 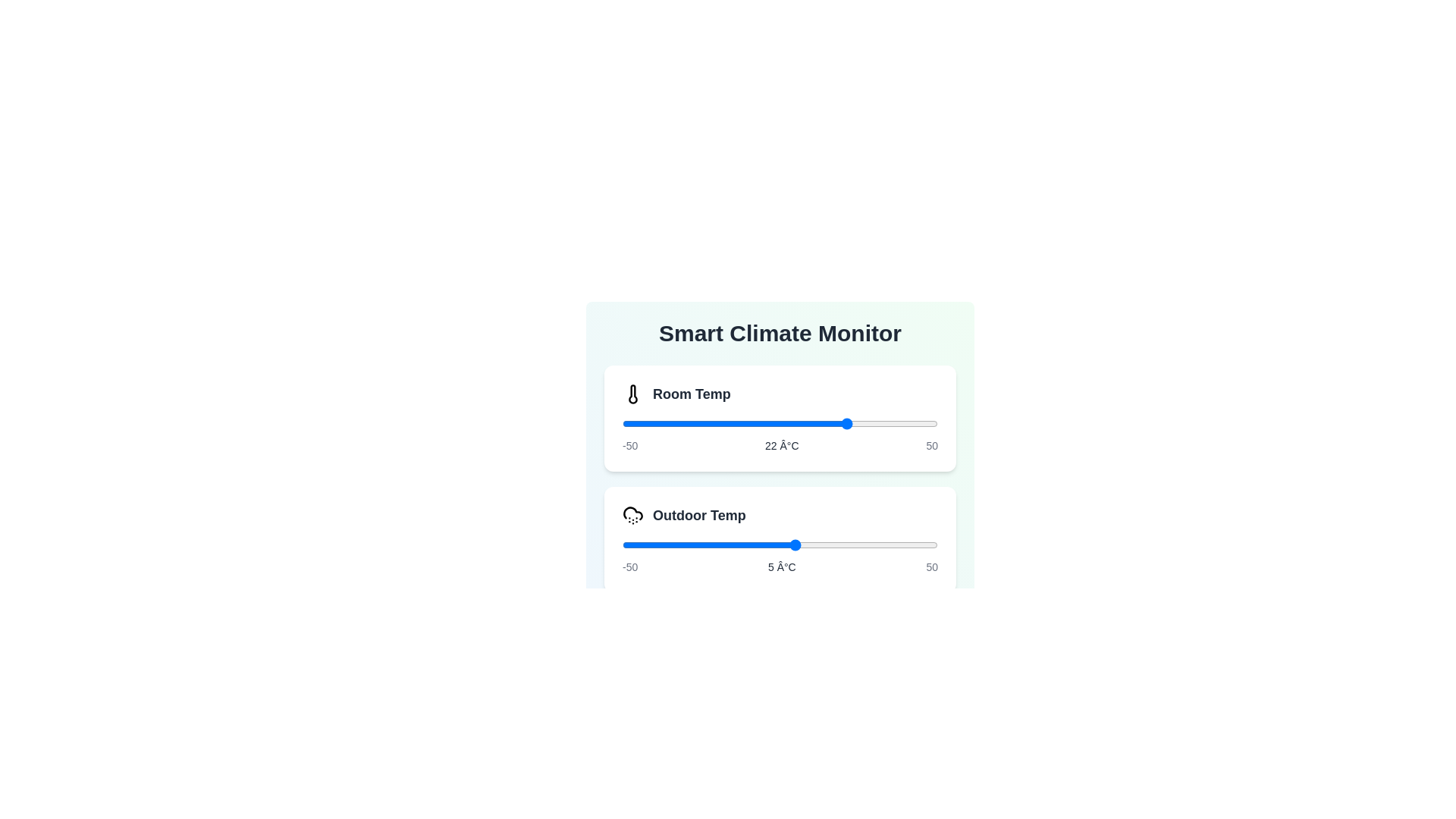 What do you see at coordinates (688, 544) in the screenshot?
I see `the slider for Outdoor Temp to set its value to -29°C` at bounding box center [688, 544].